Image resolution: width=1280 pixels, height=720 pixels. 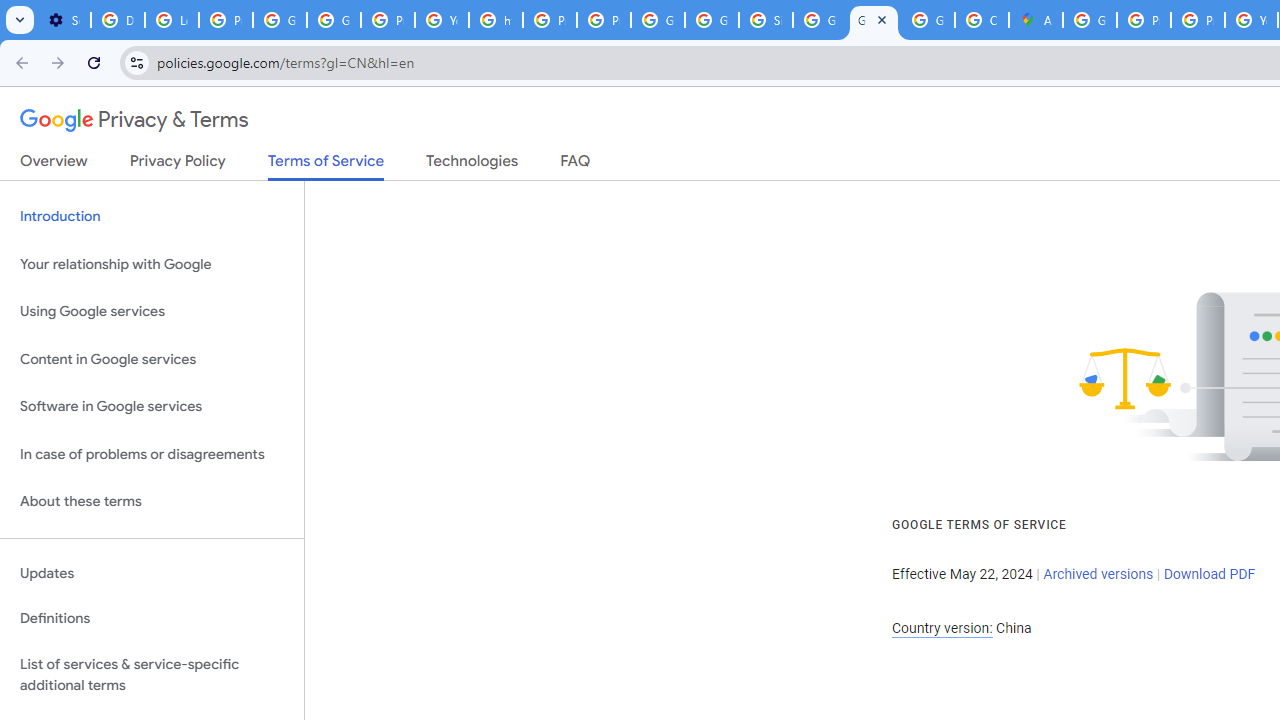 I want to click on 'Sign in - Google Accounts', so click(x=765, y=20).